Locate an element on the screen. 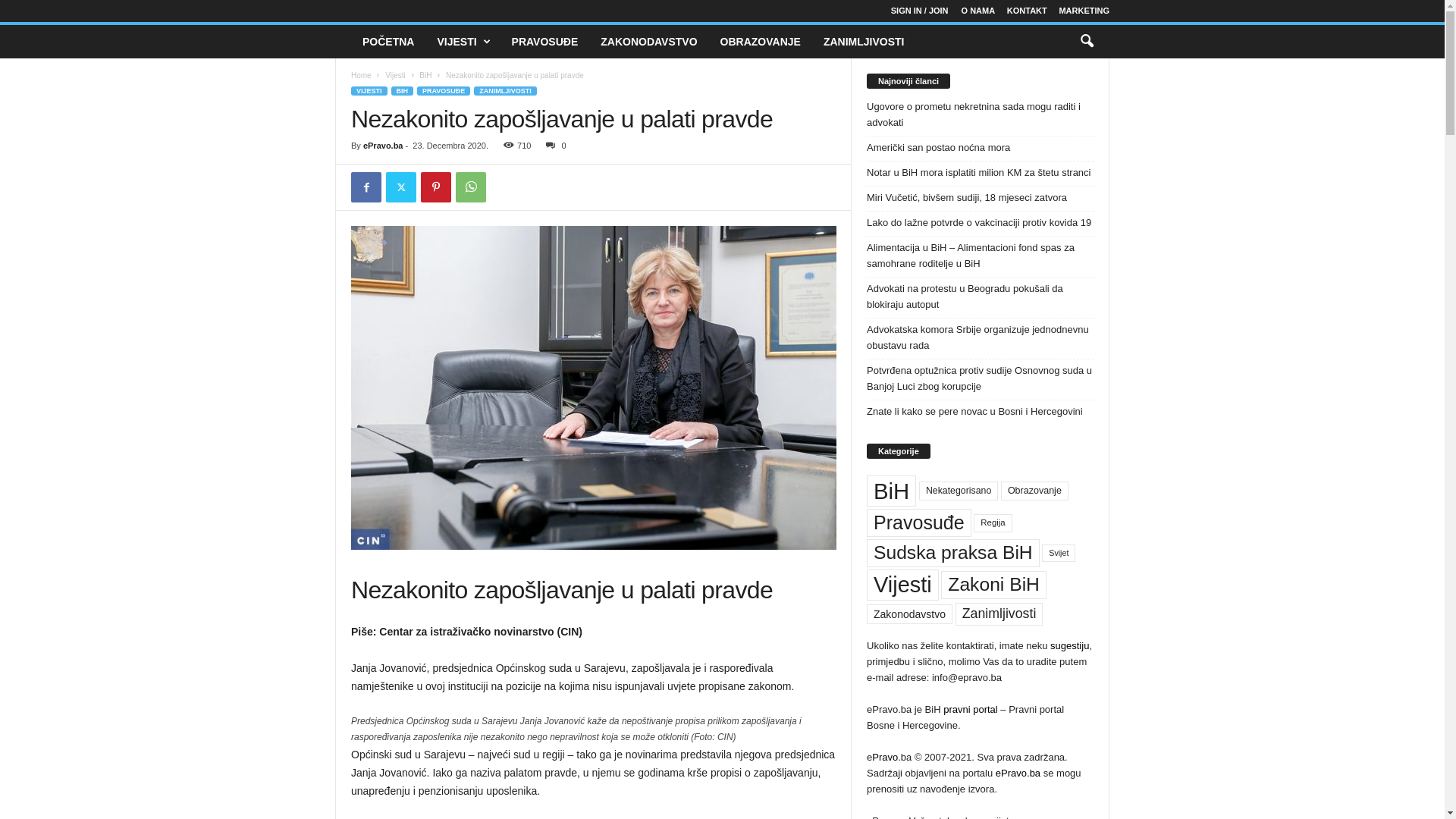 The height and width of the screenshot is (819, 1456). 'Twitter' is located at coordinates (400, 186).